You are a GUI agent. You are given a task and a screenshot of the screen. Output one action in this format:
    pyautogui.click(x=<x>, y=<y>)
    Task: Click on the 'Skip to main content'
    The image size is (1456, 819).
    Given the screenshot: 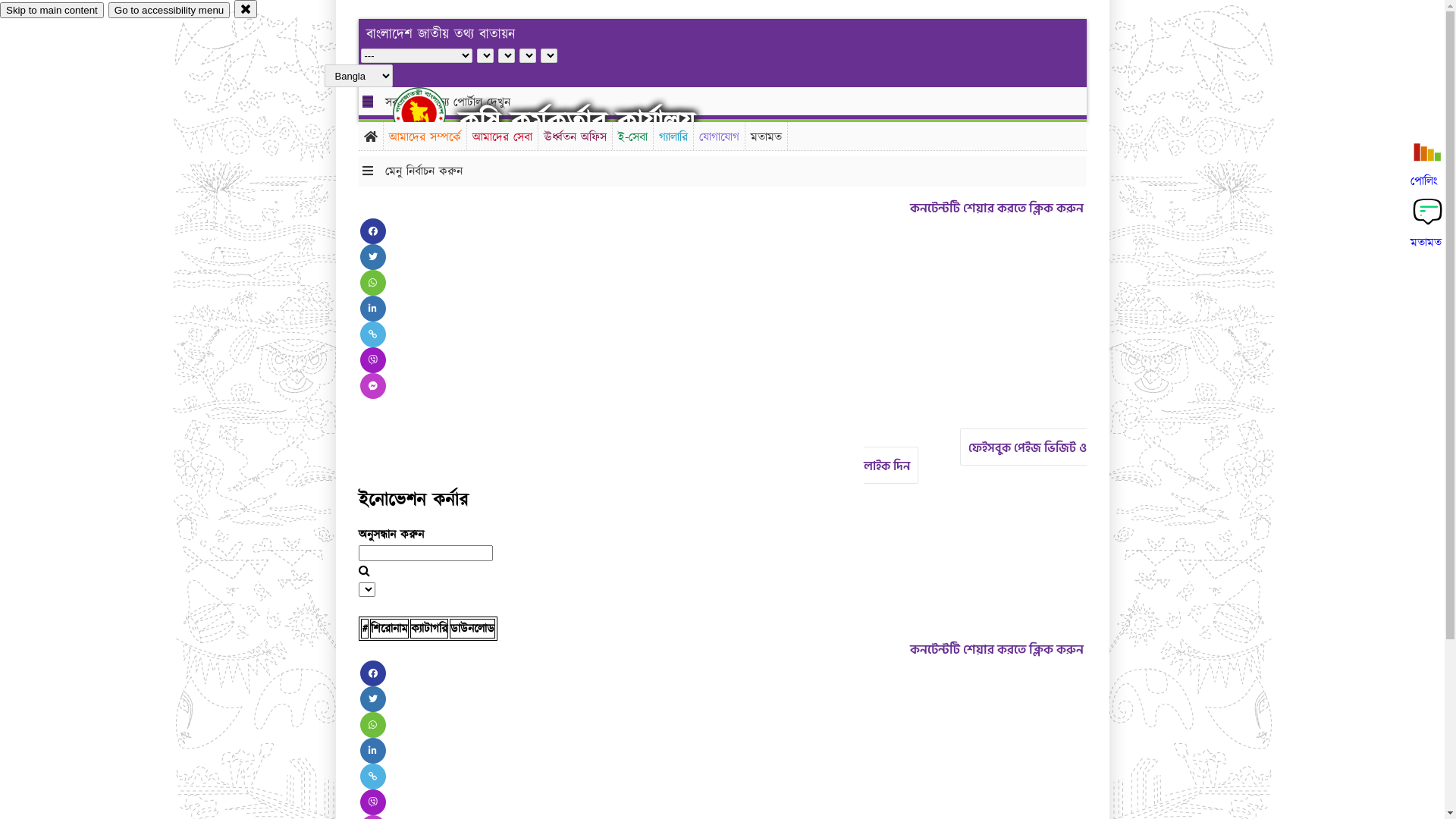 What is the action you would take?
    pyautogui.click(x=52, y=10)
    